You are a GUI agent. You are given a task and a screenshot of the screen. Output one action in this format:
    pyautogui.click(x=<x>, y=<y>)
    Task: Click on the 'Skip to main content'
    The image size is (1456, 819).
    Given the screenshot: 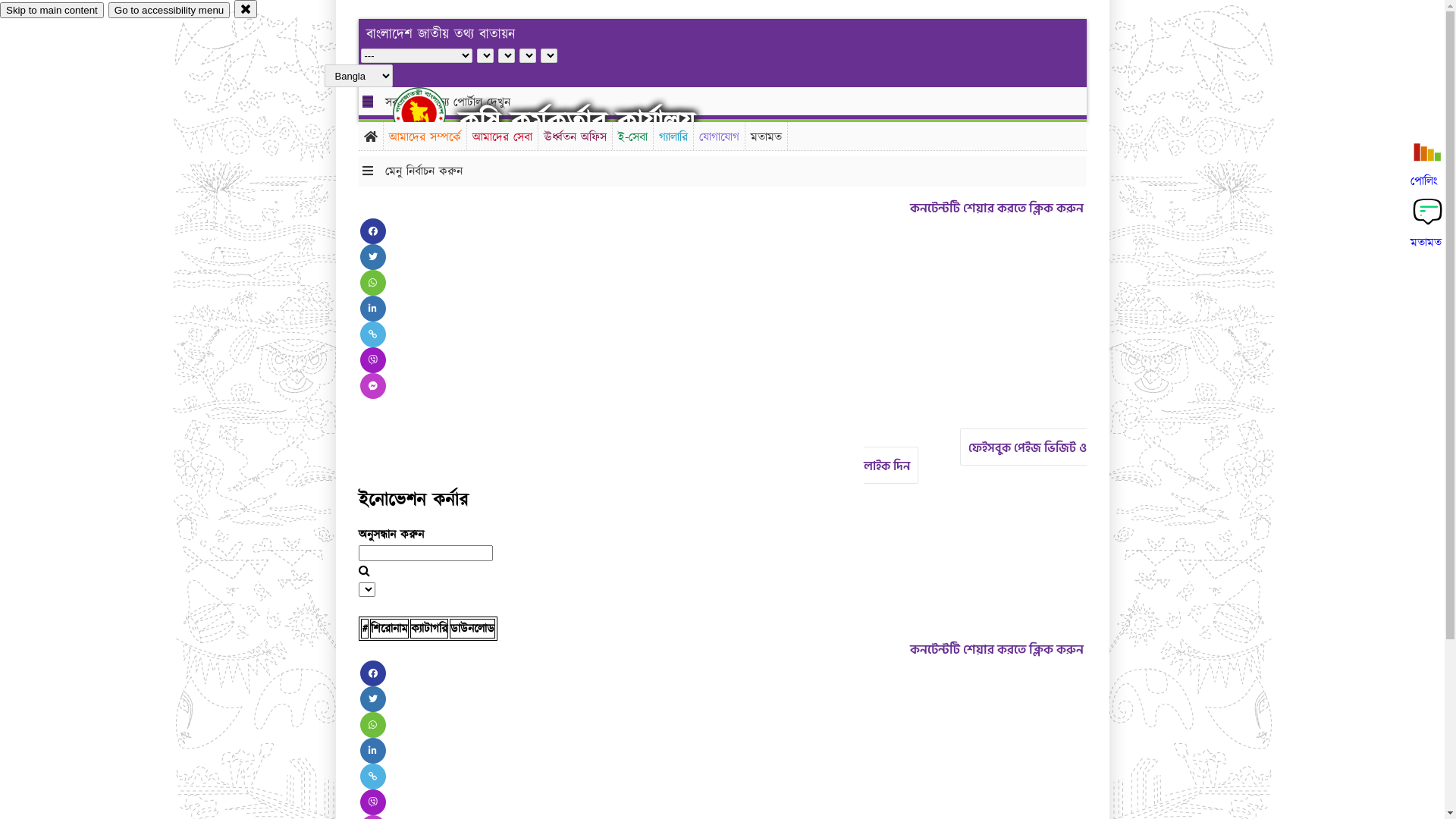 What is the action you would take?
    pyautogui.click(x=52, y=10)
    